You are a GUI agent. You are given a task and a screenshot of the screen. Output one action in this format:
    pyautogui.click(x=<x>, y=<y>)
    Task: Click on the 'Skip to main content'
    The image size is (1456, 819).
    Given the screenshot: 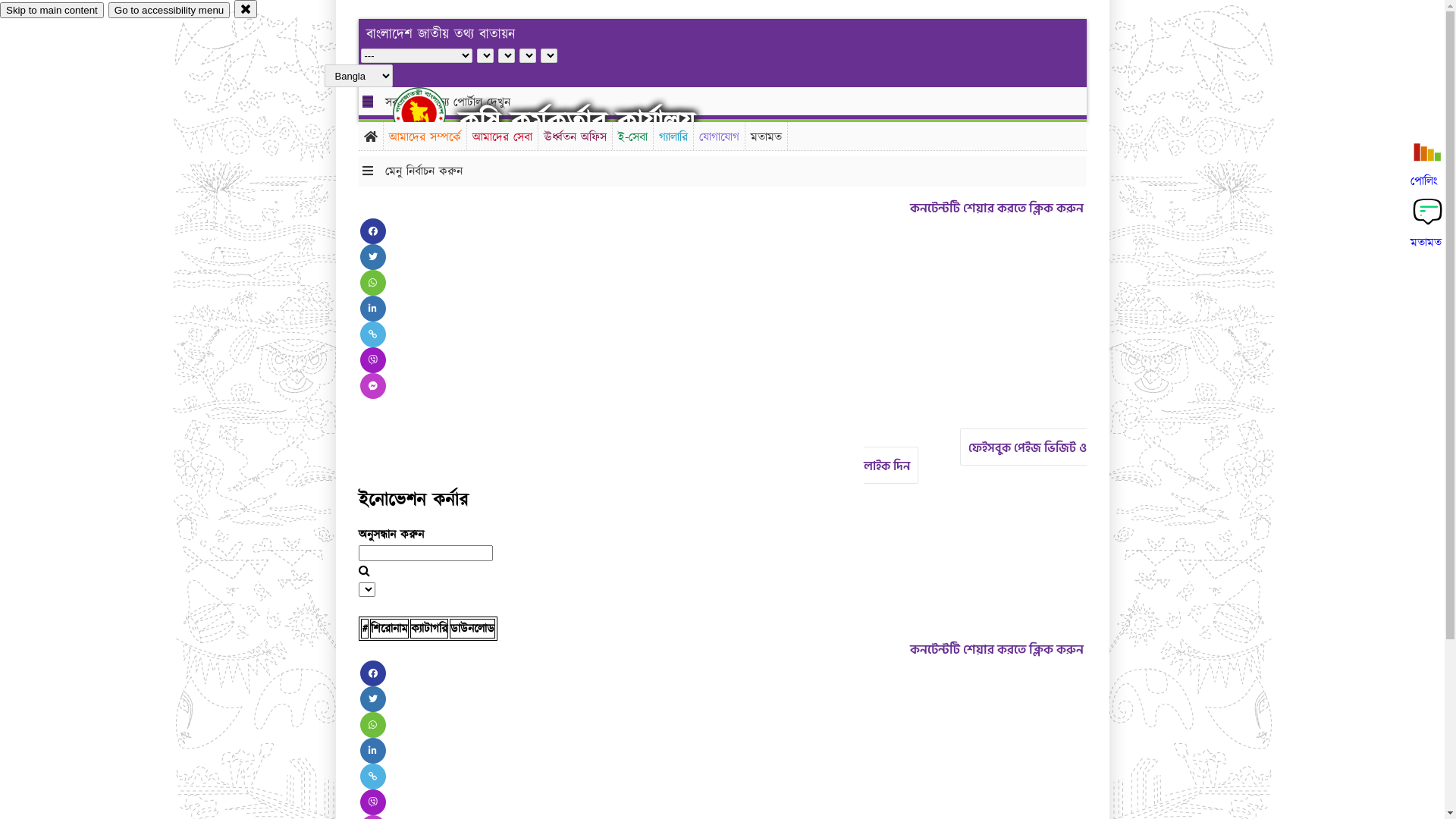 What is the action you would take?
    pyautogui.click(x=52, y=10)
    